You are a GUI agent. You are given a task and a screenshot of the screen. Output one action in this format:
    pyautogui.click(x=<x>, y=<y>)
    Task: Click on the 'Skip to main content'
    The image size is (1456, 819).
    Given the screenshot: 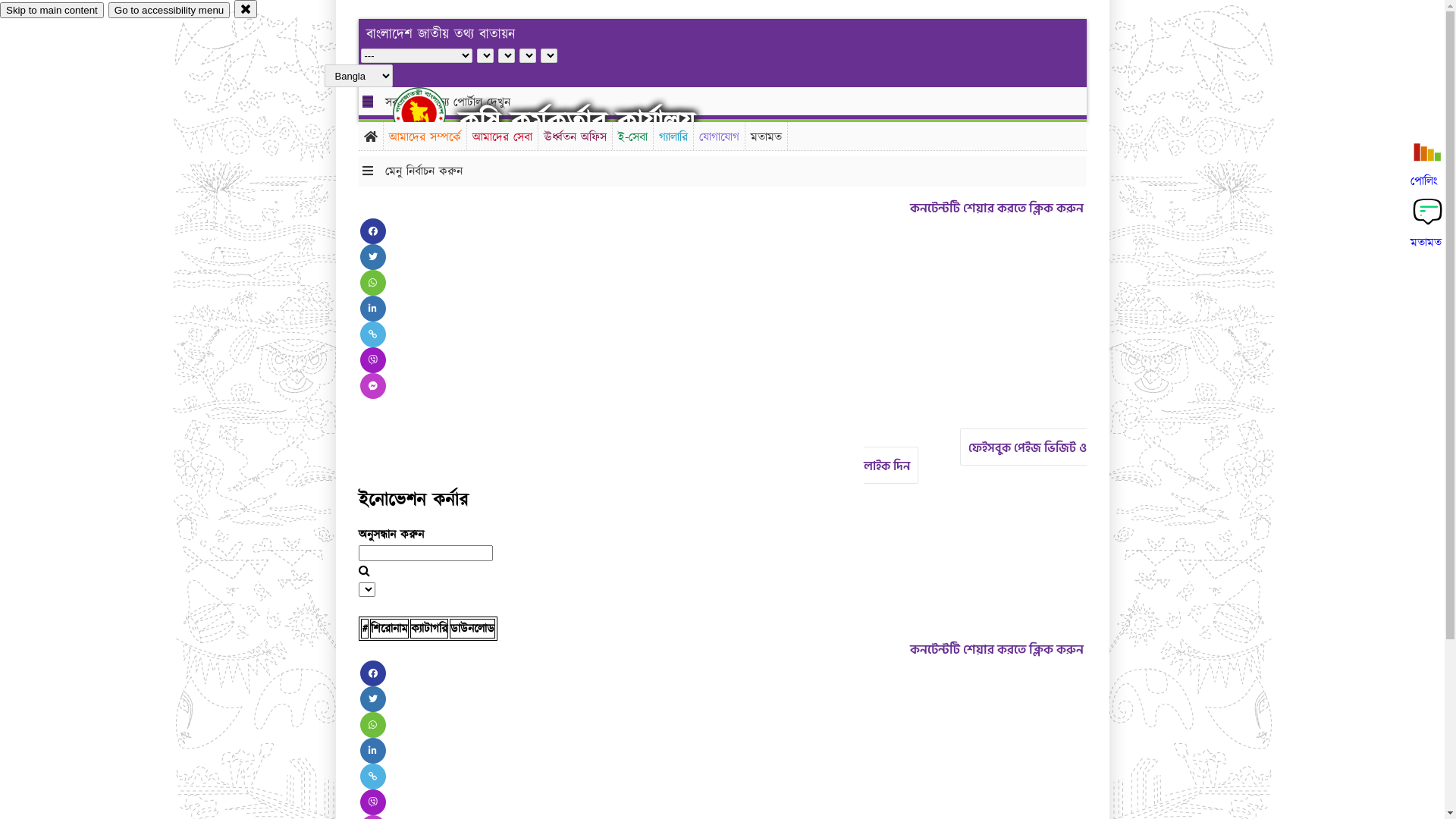 What is the action you would take?
    pyautogui.click(x=52, y=10)
    